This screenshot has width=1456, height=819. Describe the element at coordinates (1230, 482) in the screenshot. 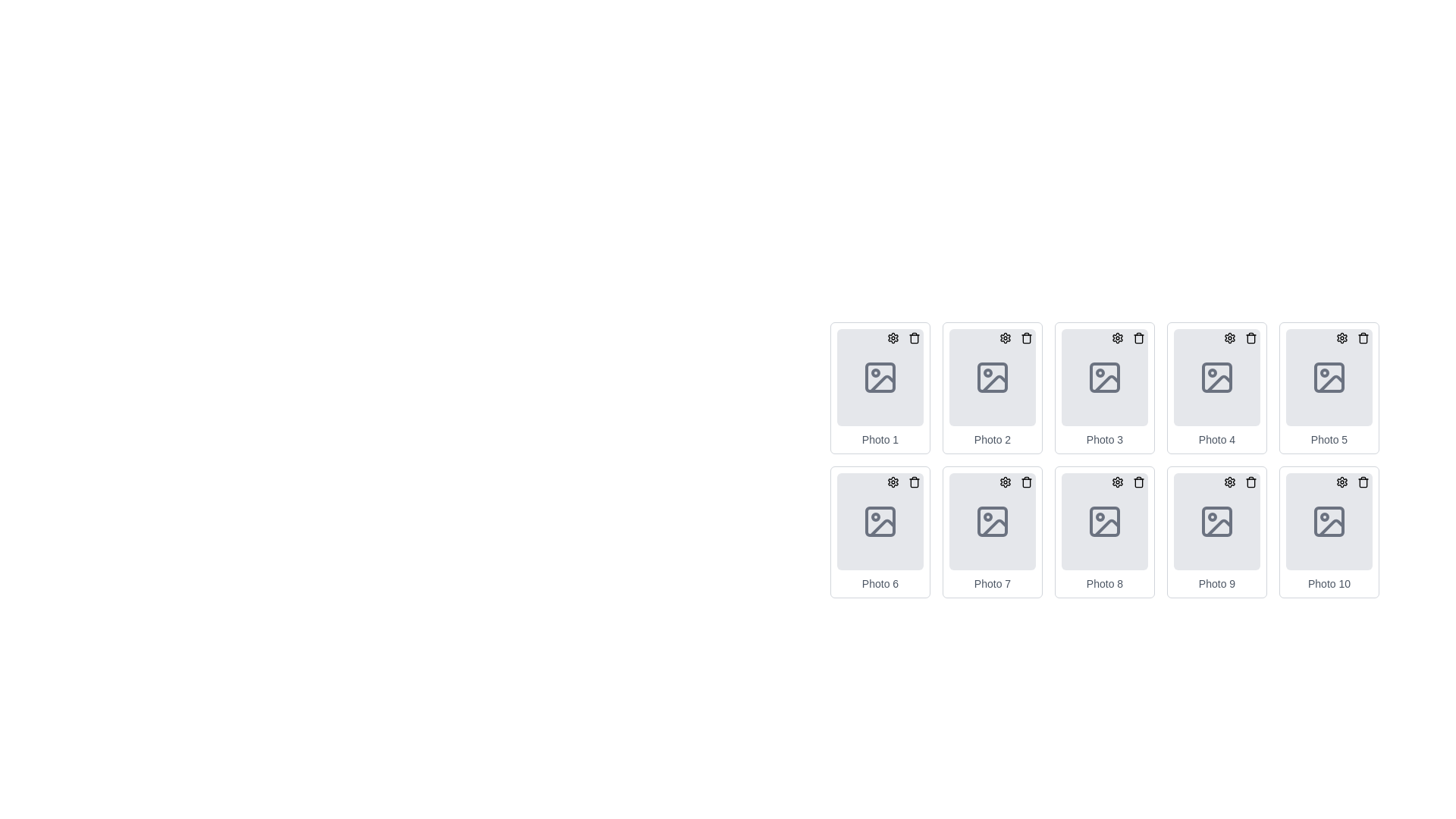

I see `the settings button located at the top-right corner of the 'Photo 9' card to observe the highlight effect` at that location.